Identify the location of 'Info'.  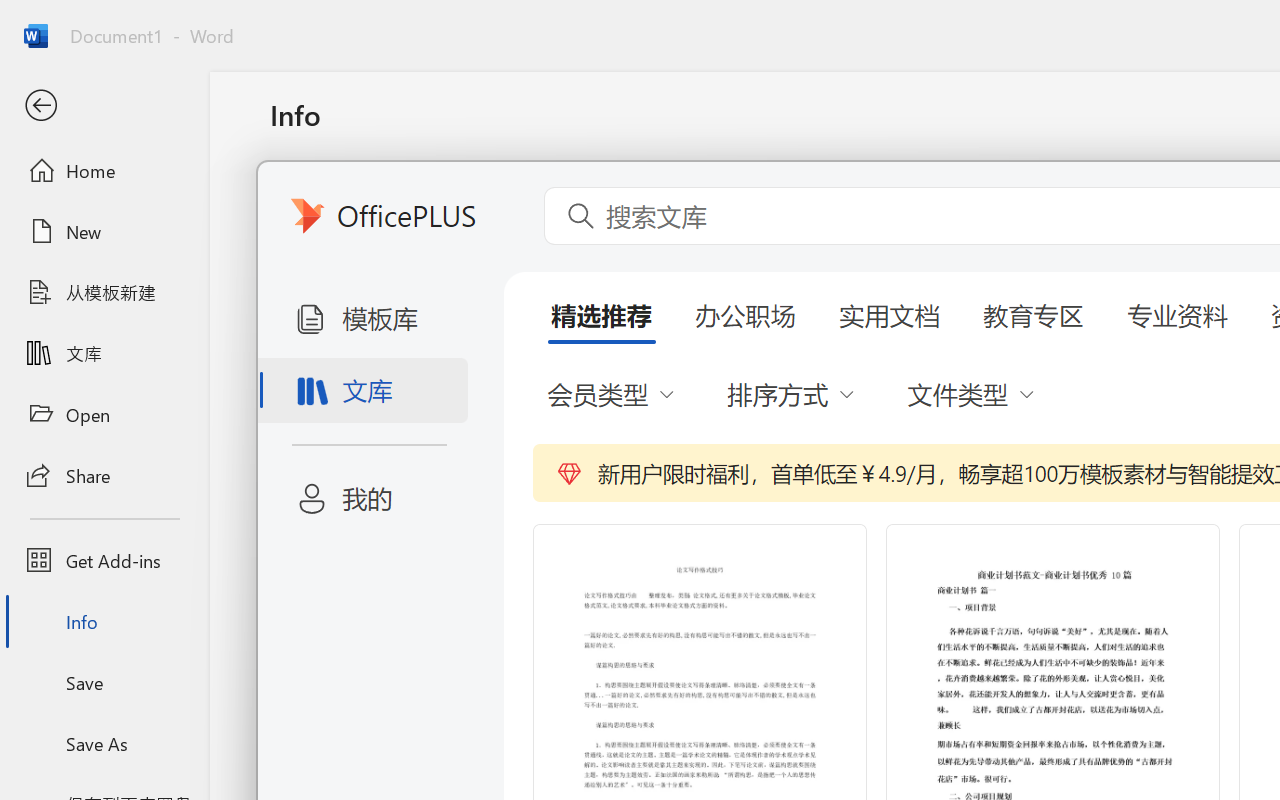
(103, 621).